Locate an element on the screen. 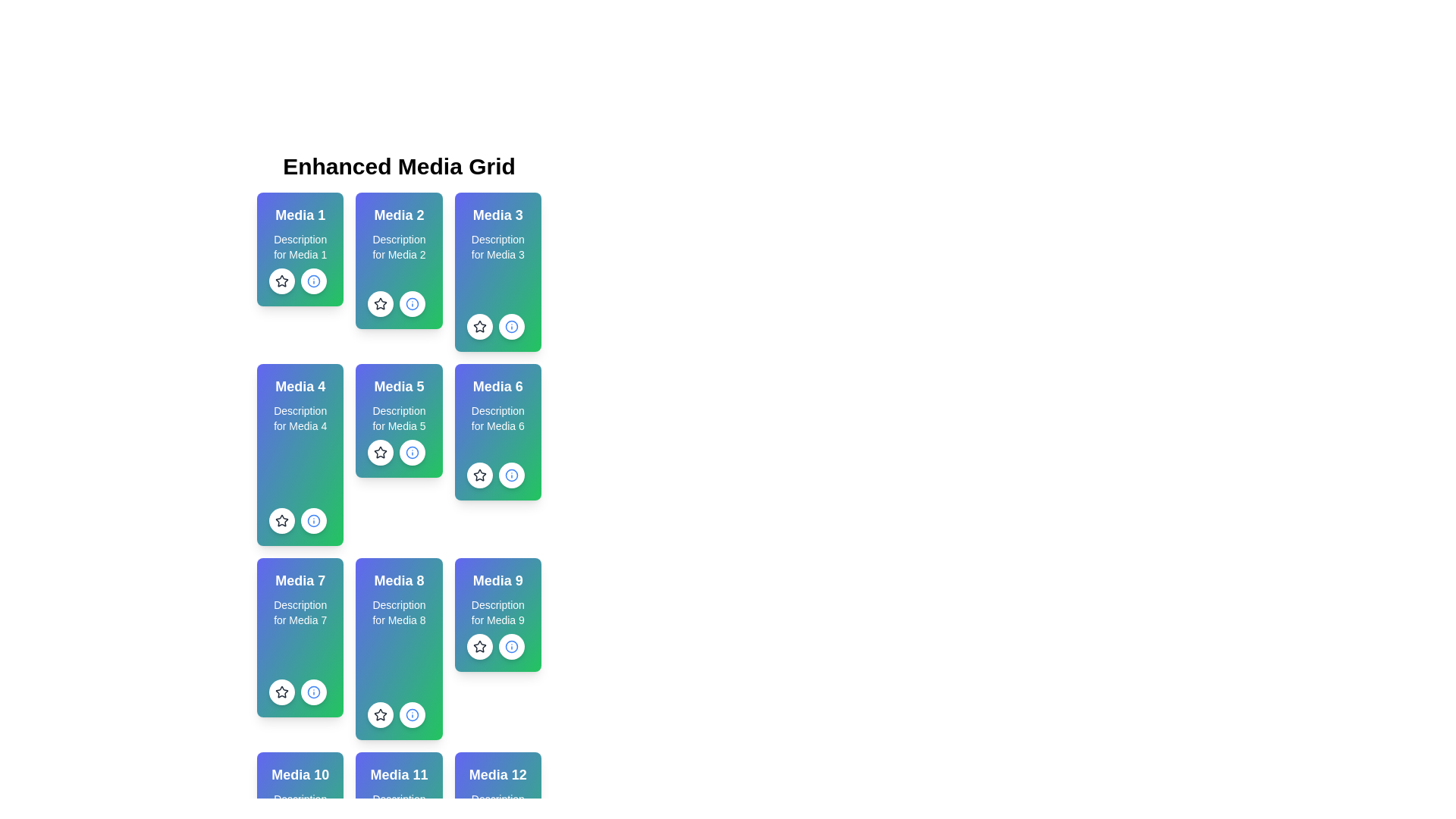 This screenshot has width=1456, height=819. the star icon located is located at coordinates (282, 281).